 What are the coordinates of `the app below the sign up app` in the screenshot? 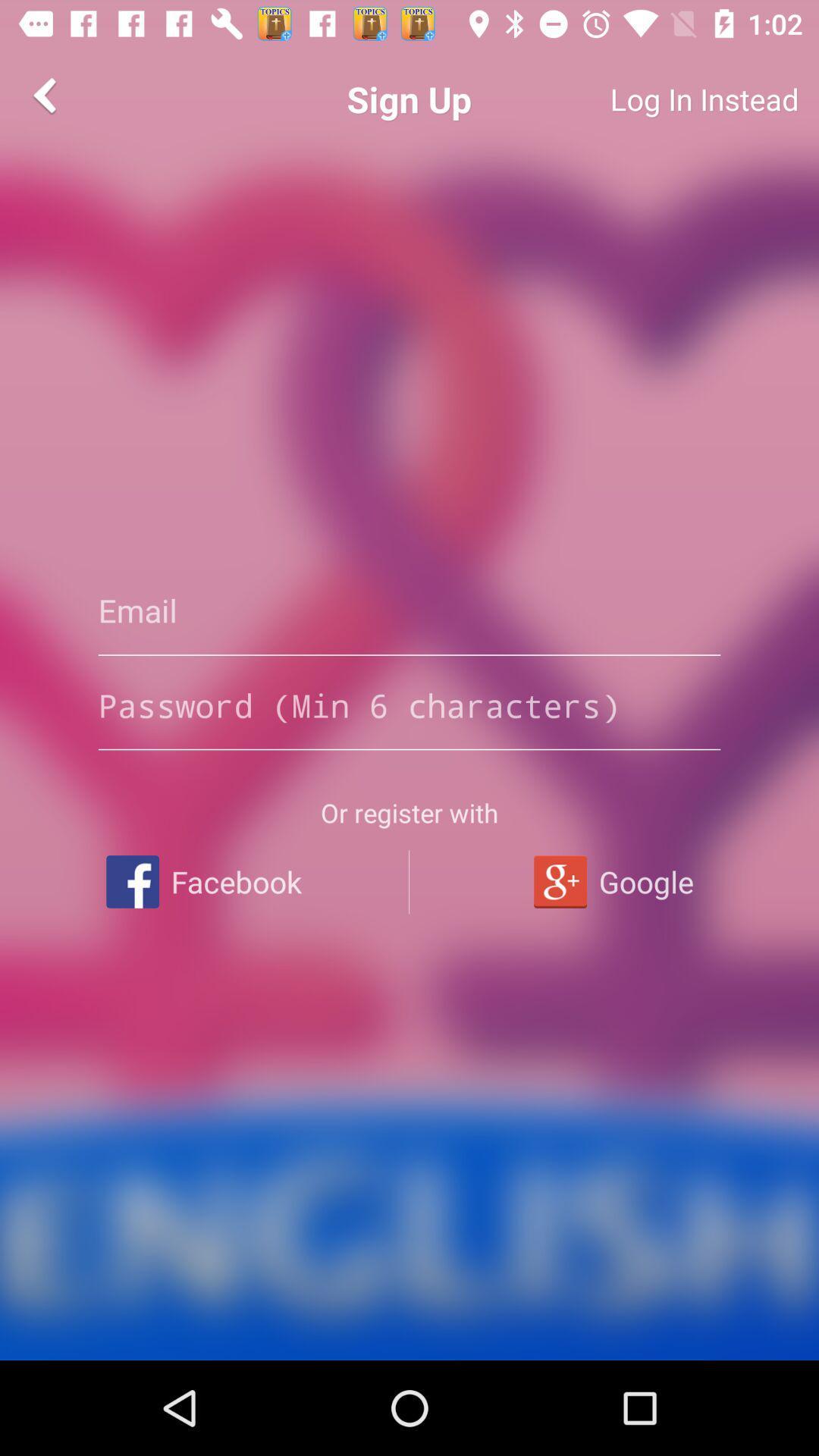 It's located at (409, 610).